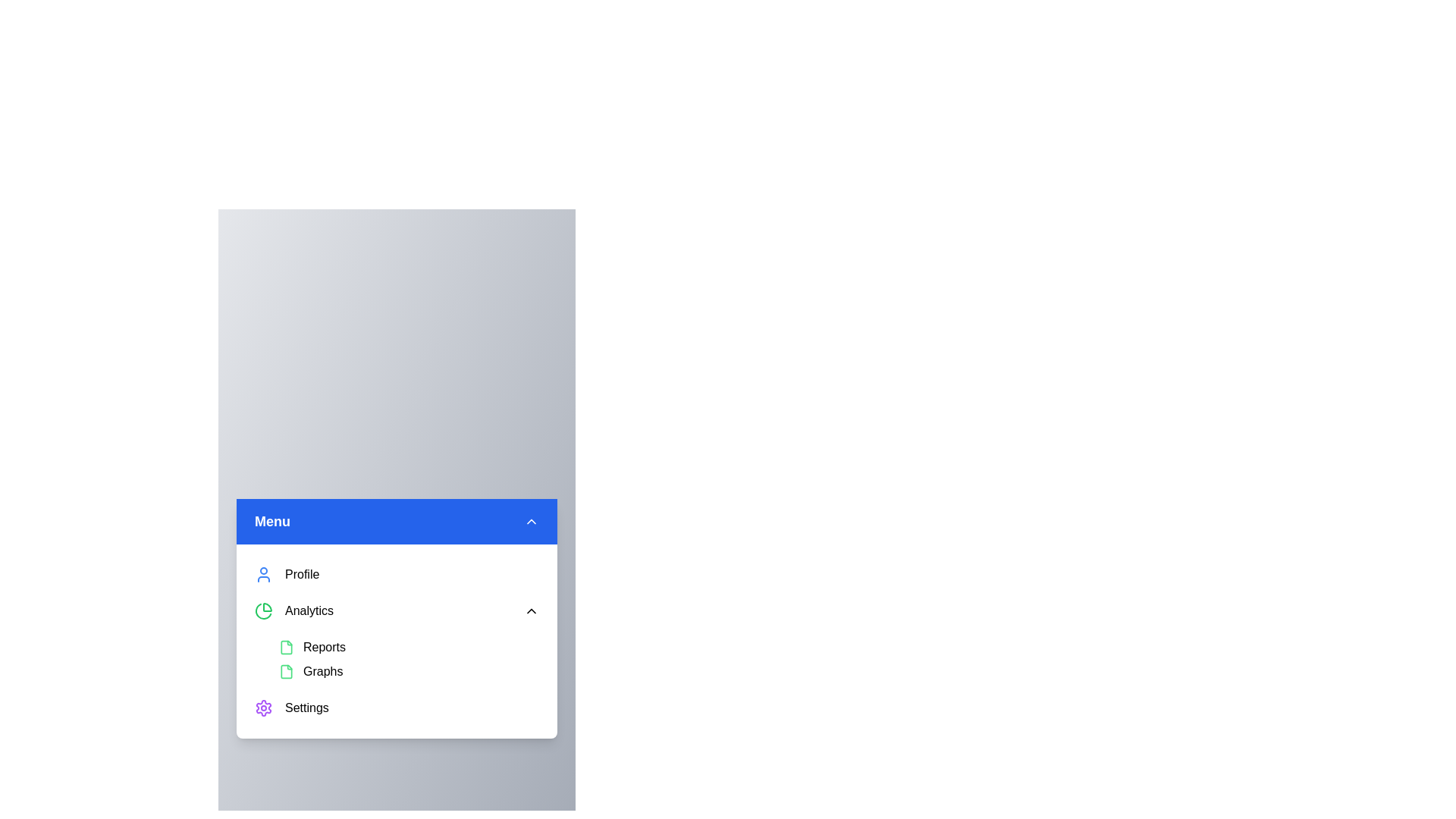  Describe the element at coordinates (267, 607) in the screenshot. I see `the pie chart icon representing 'Analytics'` at that location.